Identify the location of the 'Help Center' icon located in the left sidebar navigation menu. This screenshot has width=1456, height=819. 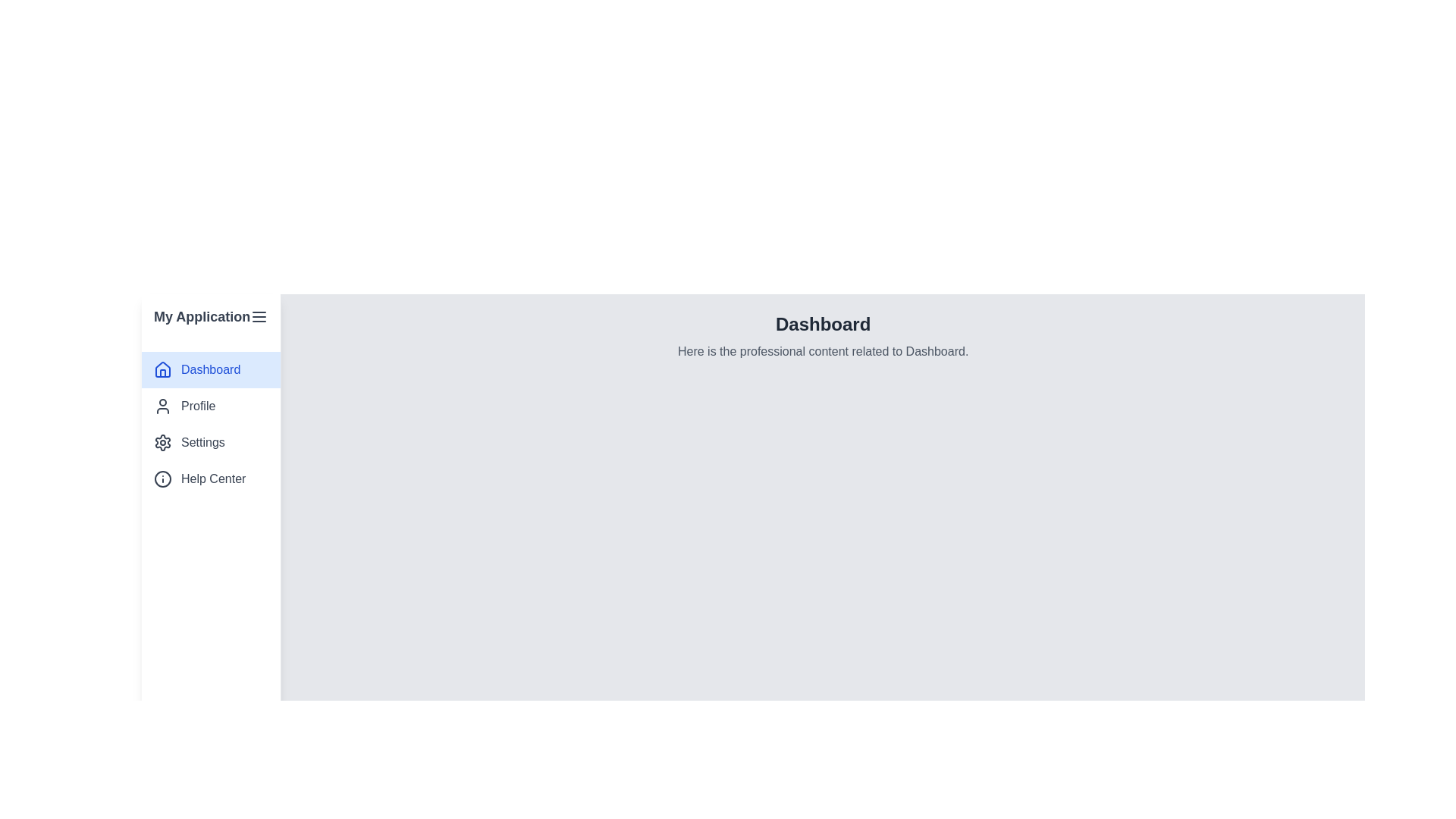
(163, 479).